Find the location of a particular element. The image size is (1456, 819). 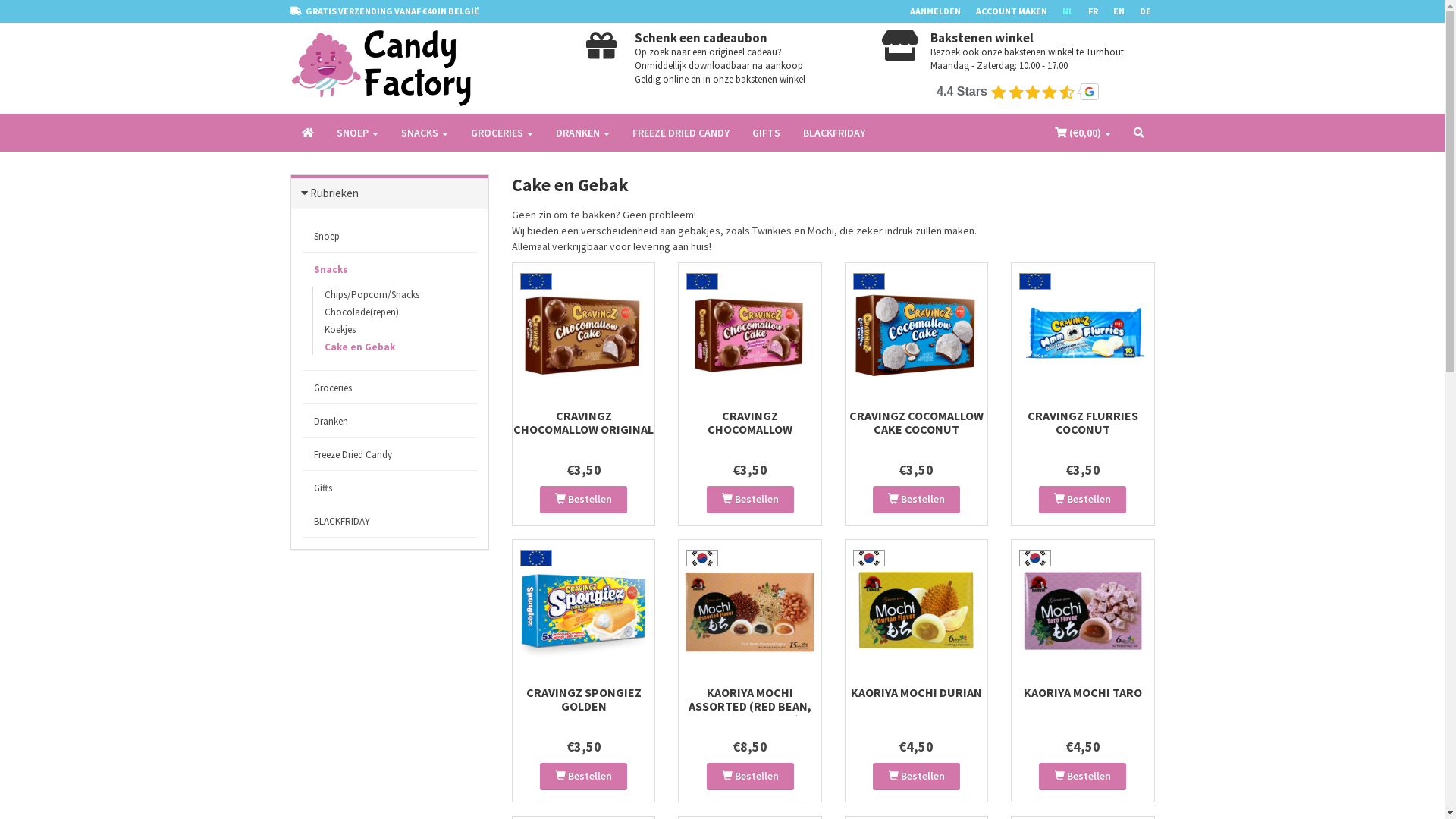

'SNOEP' is located at coordinates (356, 131).